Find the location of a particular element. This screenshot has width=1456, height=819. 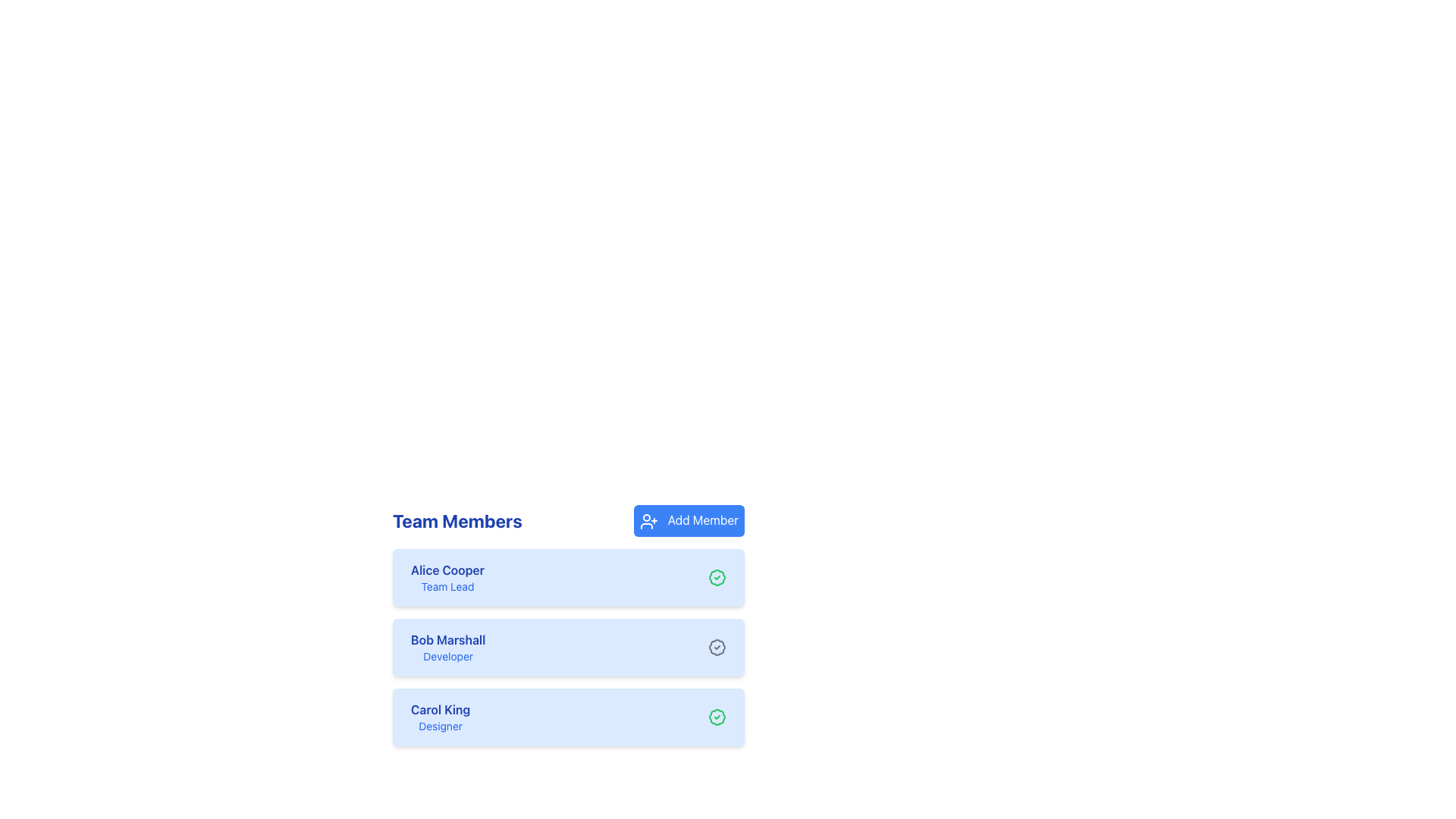

the informational card displaying the team member's name and role, located in the second row of the 'Team Members' section, between 'Alice Cooper' and 'Carol King' is located at coordinates (567, 625).